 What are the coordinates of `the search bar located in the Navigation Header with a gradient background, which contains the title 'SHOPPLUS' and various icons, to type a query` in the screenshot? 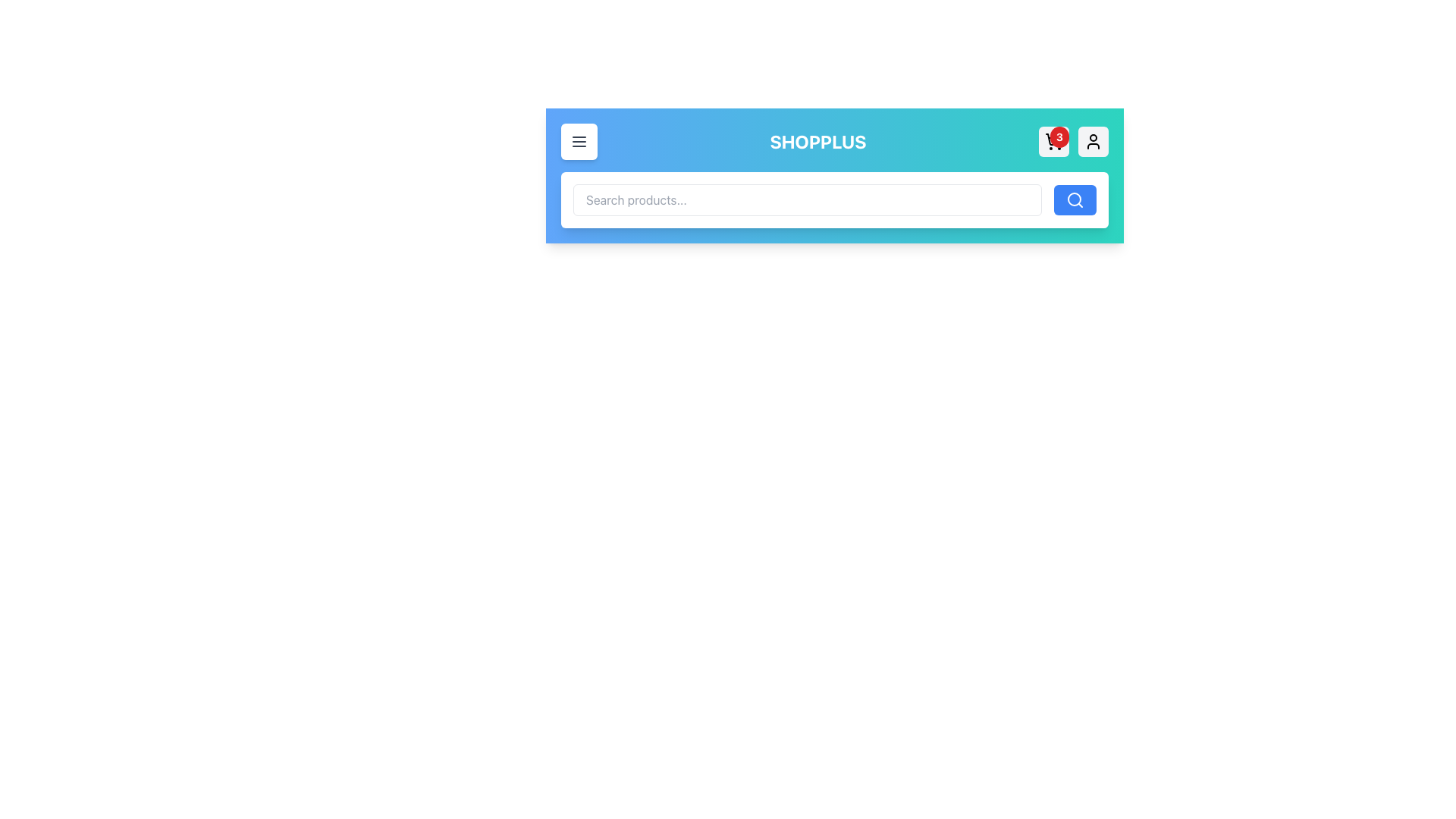 It's located at (833, 174).